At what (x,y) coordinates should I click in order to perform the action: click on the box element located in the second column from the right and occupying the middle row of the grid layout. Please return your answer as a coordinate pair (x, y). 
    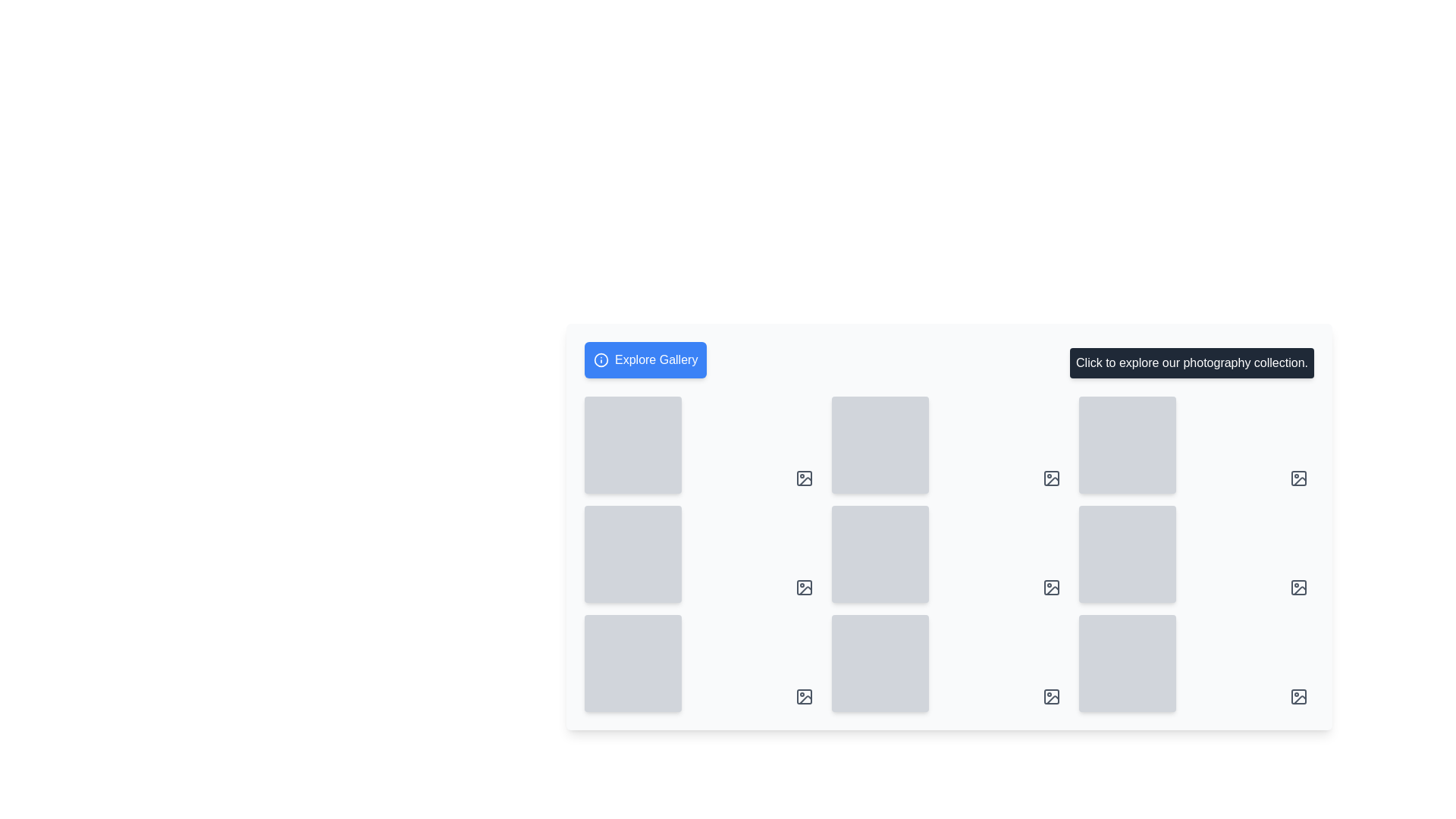
    Looking at the image, I should click on (1128, 554).